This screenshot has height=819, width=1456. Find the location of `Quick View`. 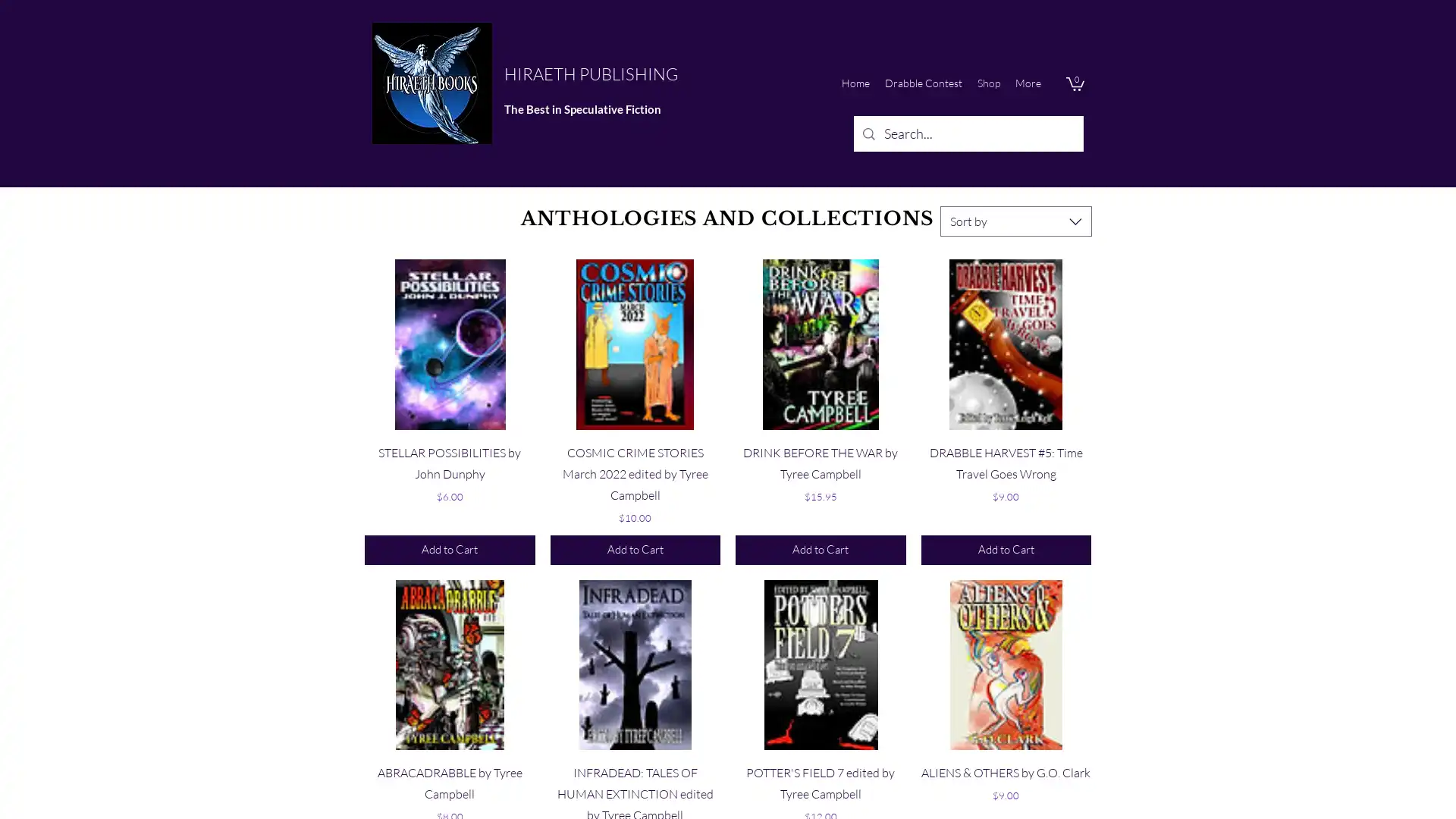

Quick View is located at coordinates (449, 447).